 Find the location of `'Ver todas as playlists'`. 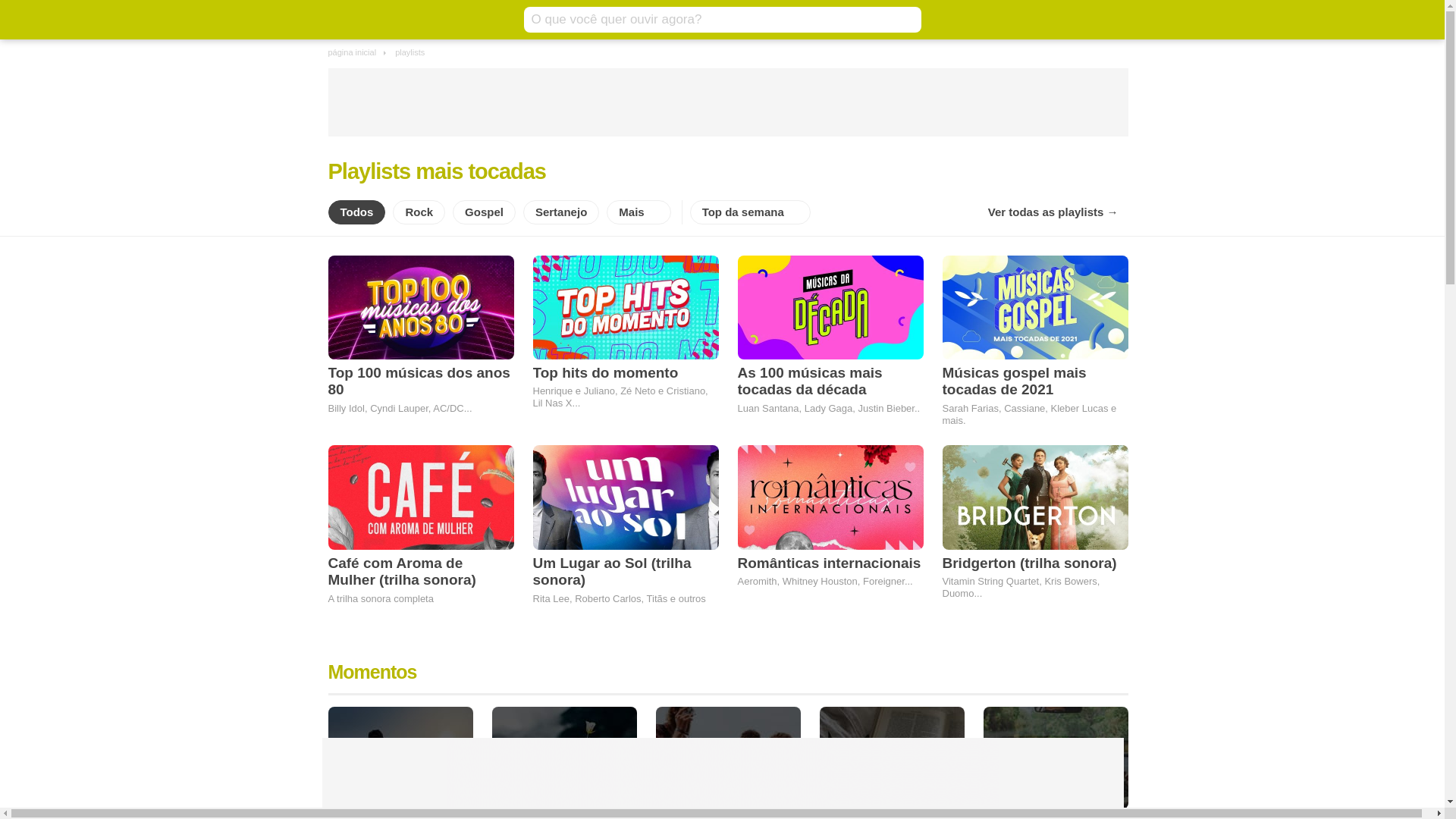

'Ver todas as playlists' is located at coordinates (1052, 212).